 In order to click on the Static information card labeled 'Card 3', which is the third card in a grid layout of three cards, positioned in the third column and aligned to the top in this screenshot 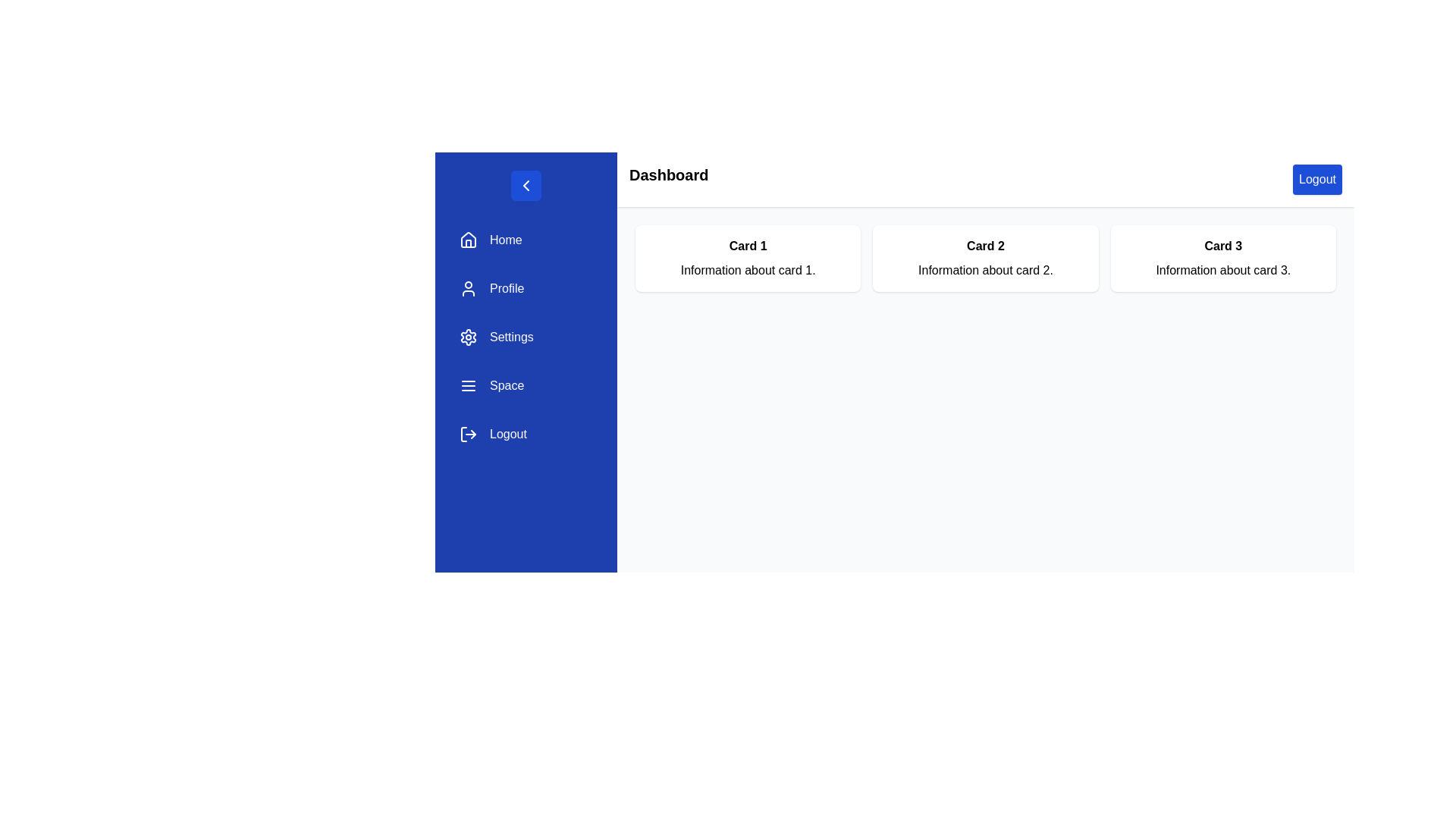, I will do `click(1223, 257)`.